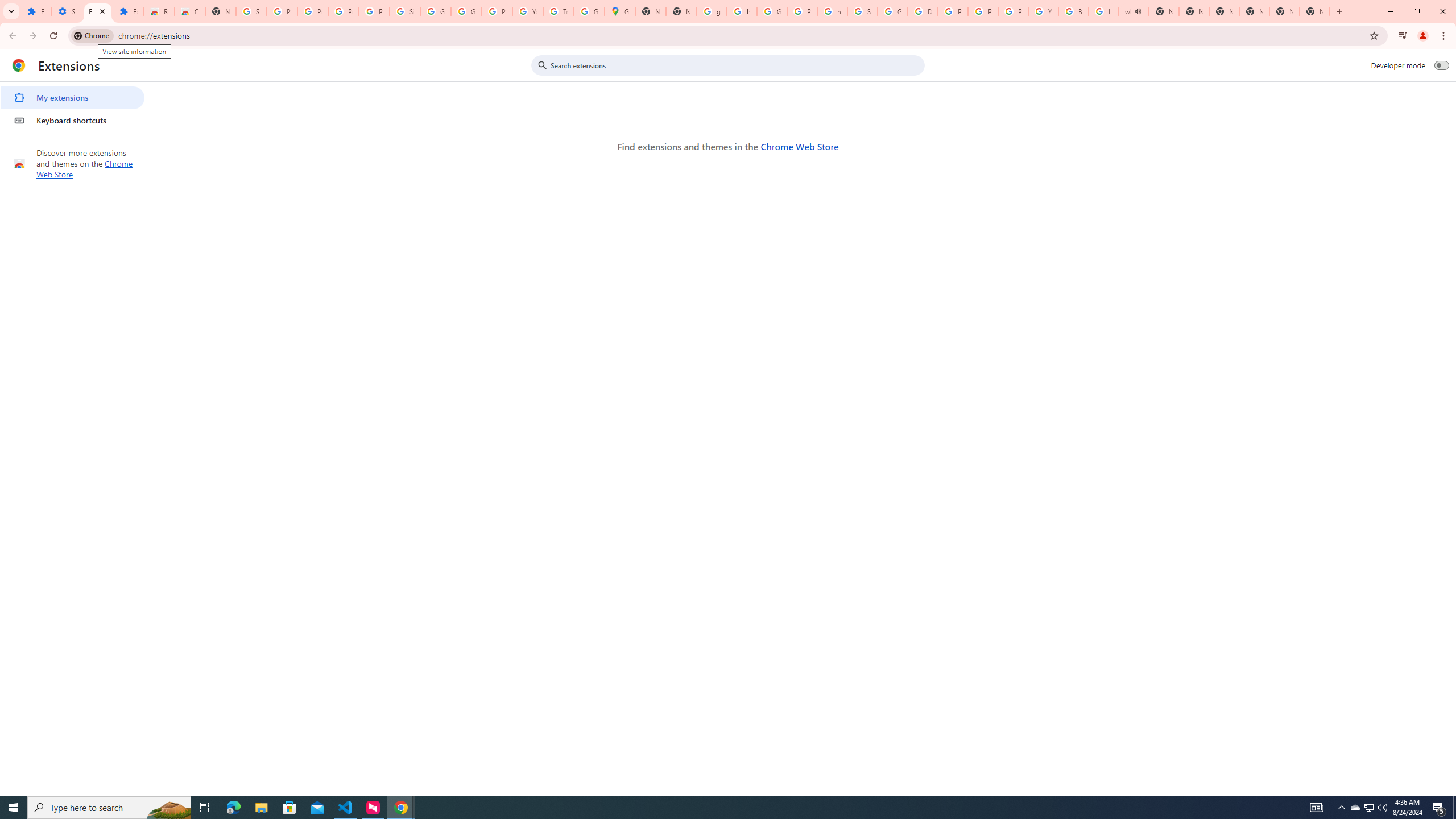  Describe the element at coordinates (158, 11) in the screenshot. I see `'Reviews: Helix Fruit Jump Arcade Game'` at that location.